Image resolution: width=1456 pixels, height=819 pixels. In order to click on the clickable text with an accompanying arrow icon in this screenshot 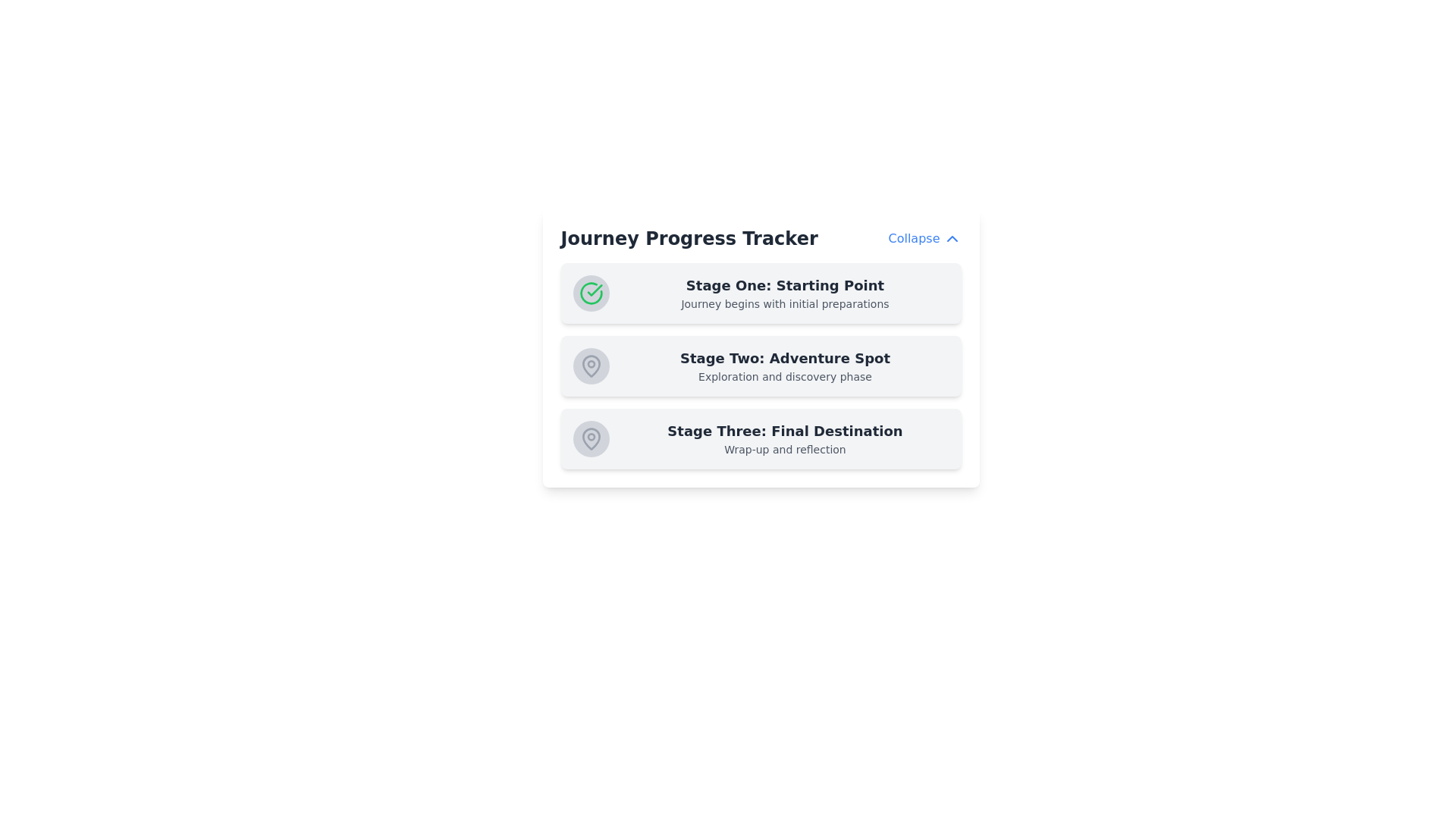, I will do `click(924, 239)`.